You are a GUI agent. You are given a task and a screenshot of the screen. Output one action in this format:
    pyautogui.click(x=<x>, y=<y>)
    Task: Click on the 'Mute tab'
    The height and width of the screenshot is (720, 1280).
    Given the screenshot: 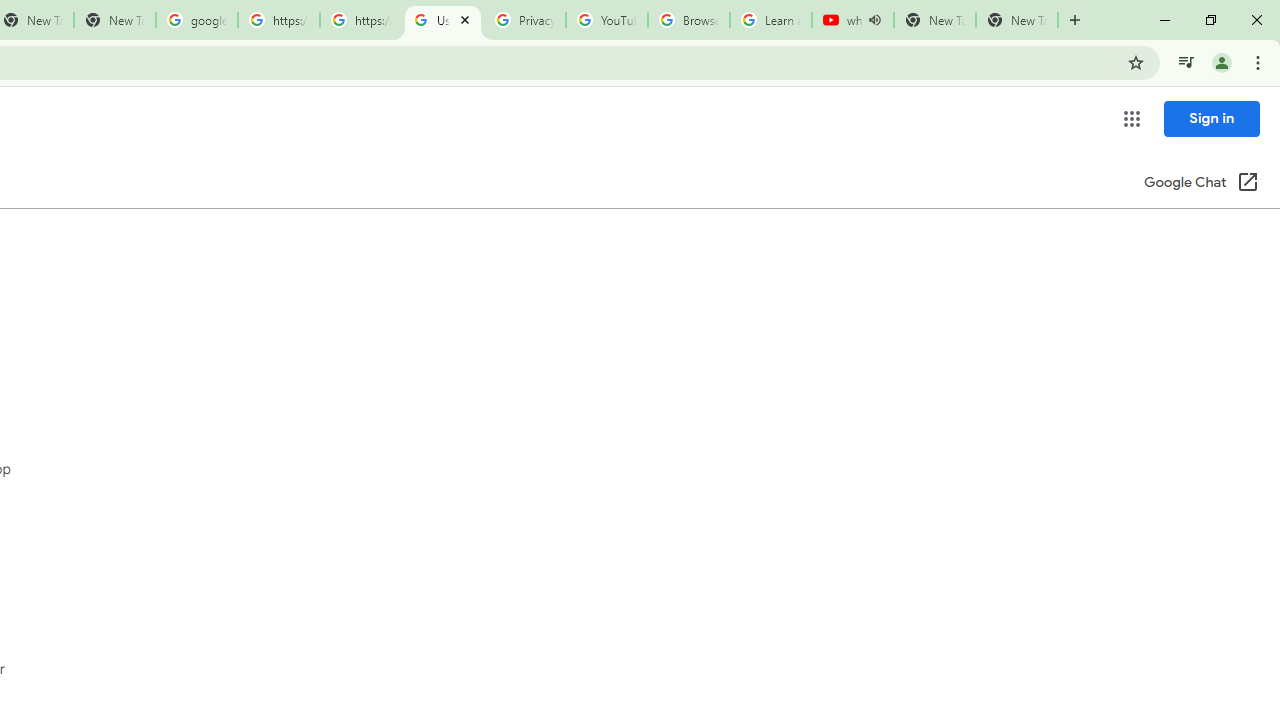 What is the action you would take?
    pyautogui.click(x=874, y=20)
    